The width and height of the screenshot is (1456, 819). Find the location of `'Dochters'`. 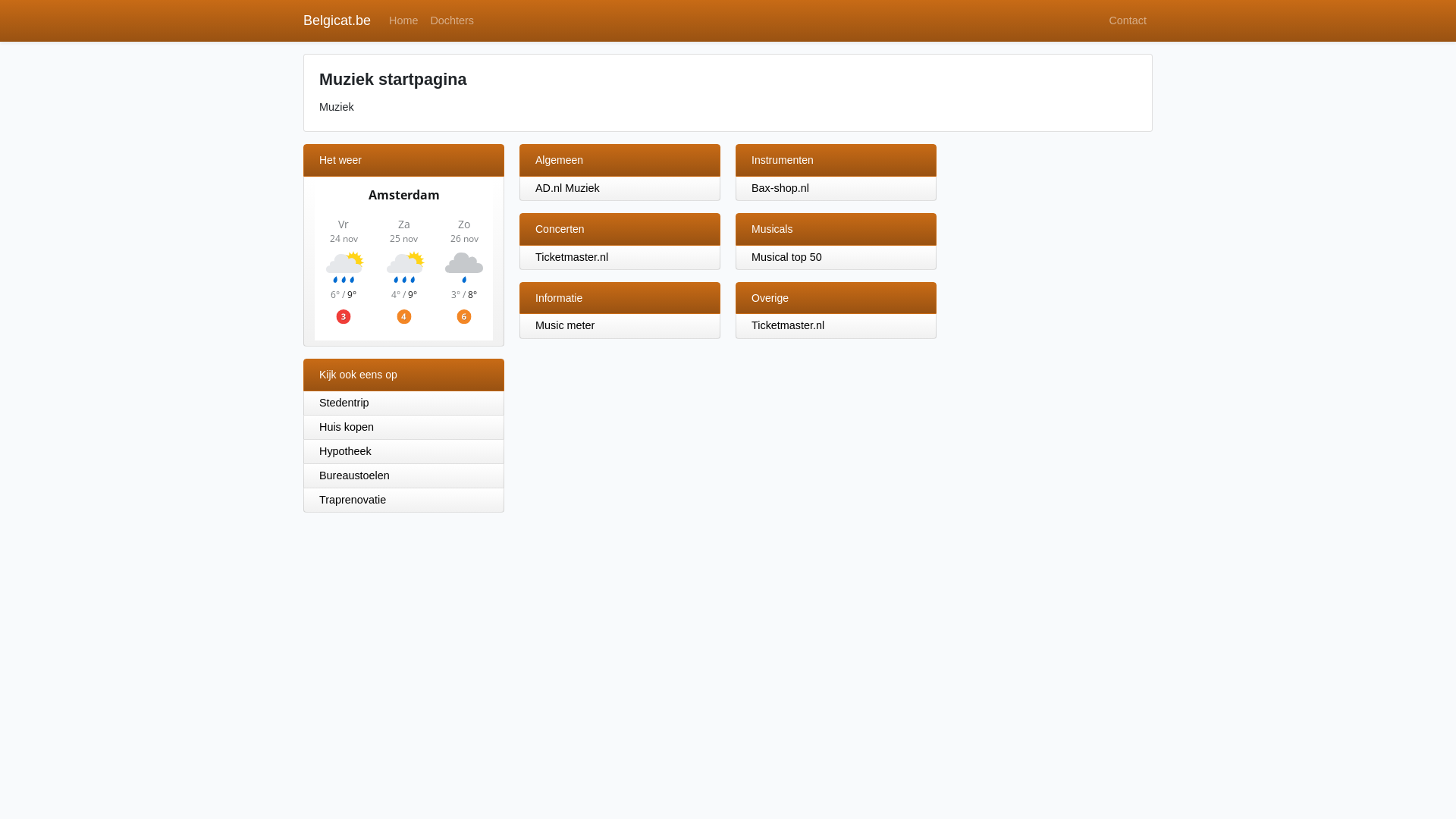

'Dochters' is located at coordinates (423, 20).